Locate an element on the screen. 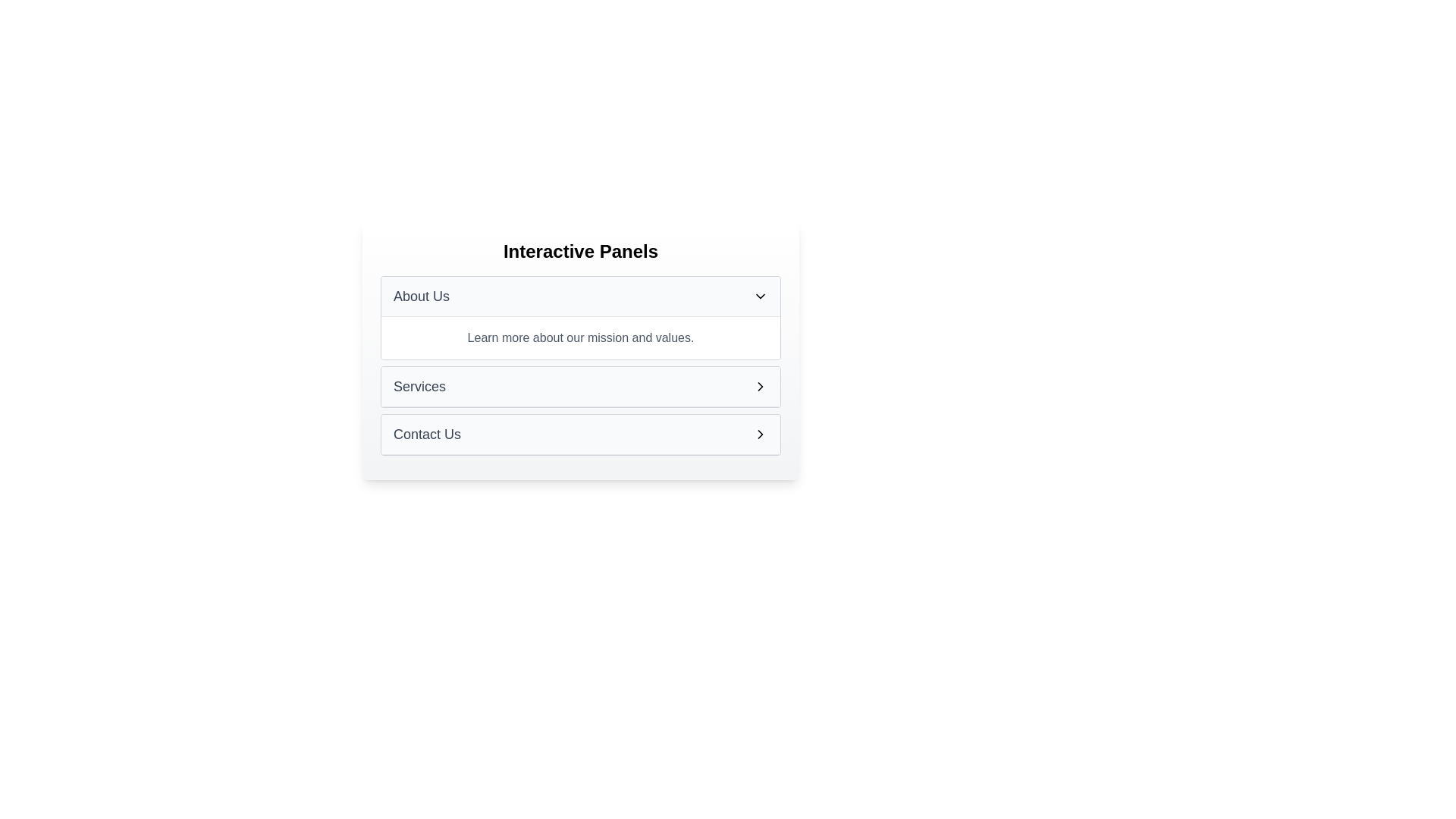 Image resolution: width=1456 pixels, height=819 pixels. the 'Services' button, which is the second item in the vertically stacked panel of options is located at coordinates (580, 386).